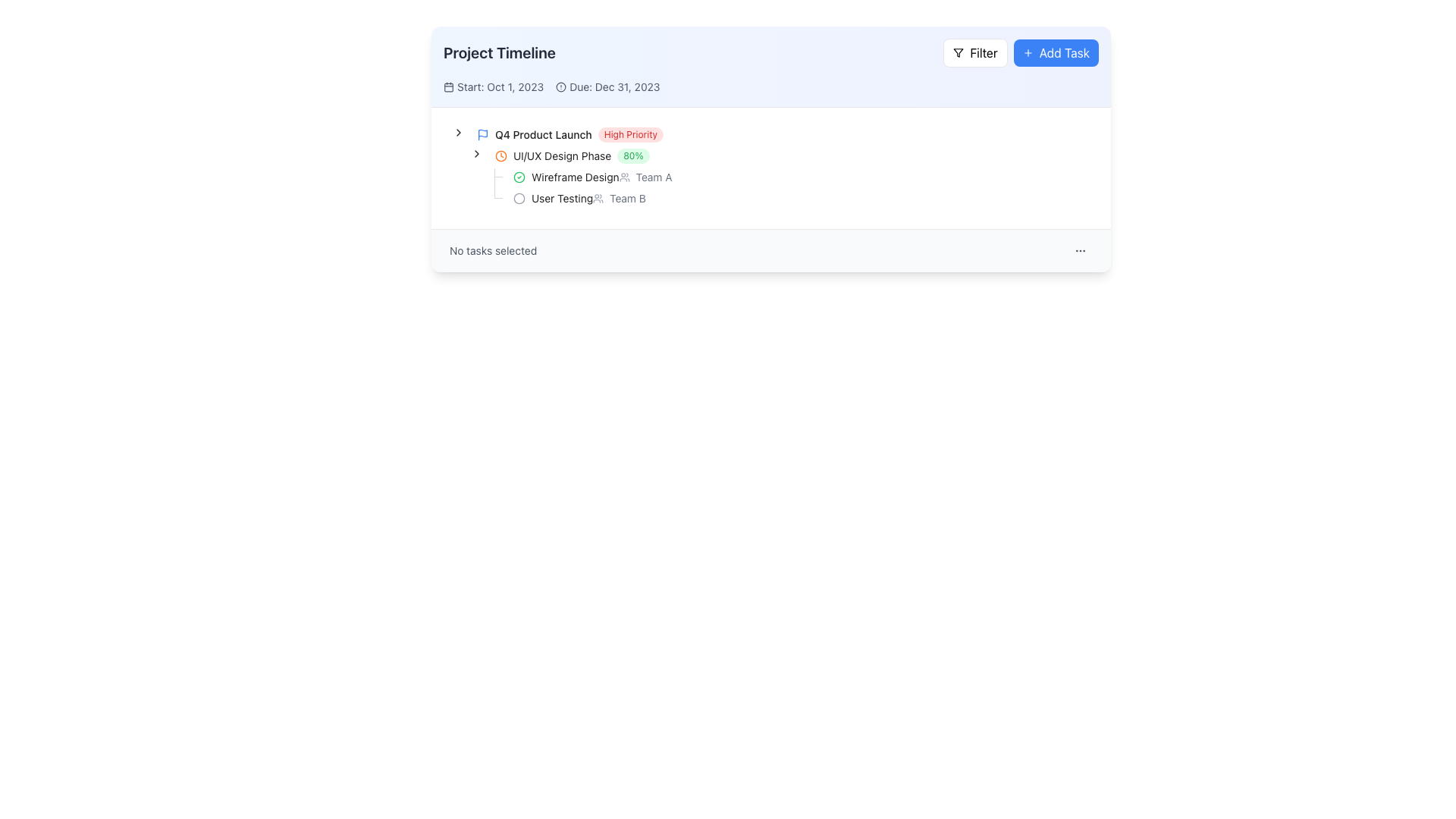  I want to click on the 'User Testing Team B' item in the hierarchical tree structure, so click(585, 198).